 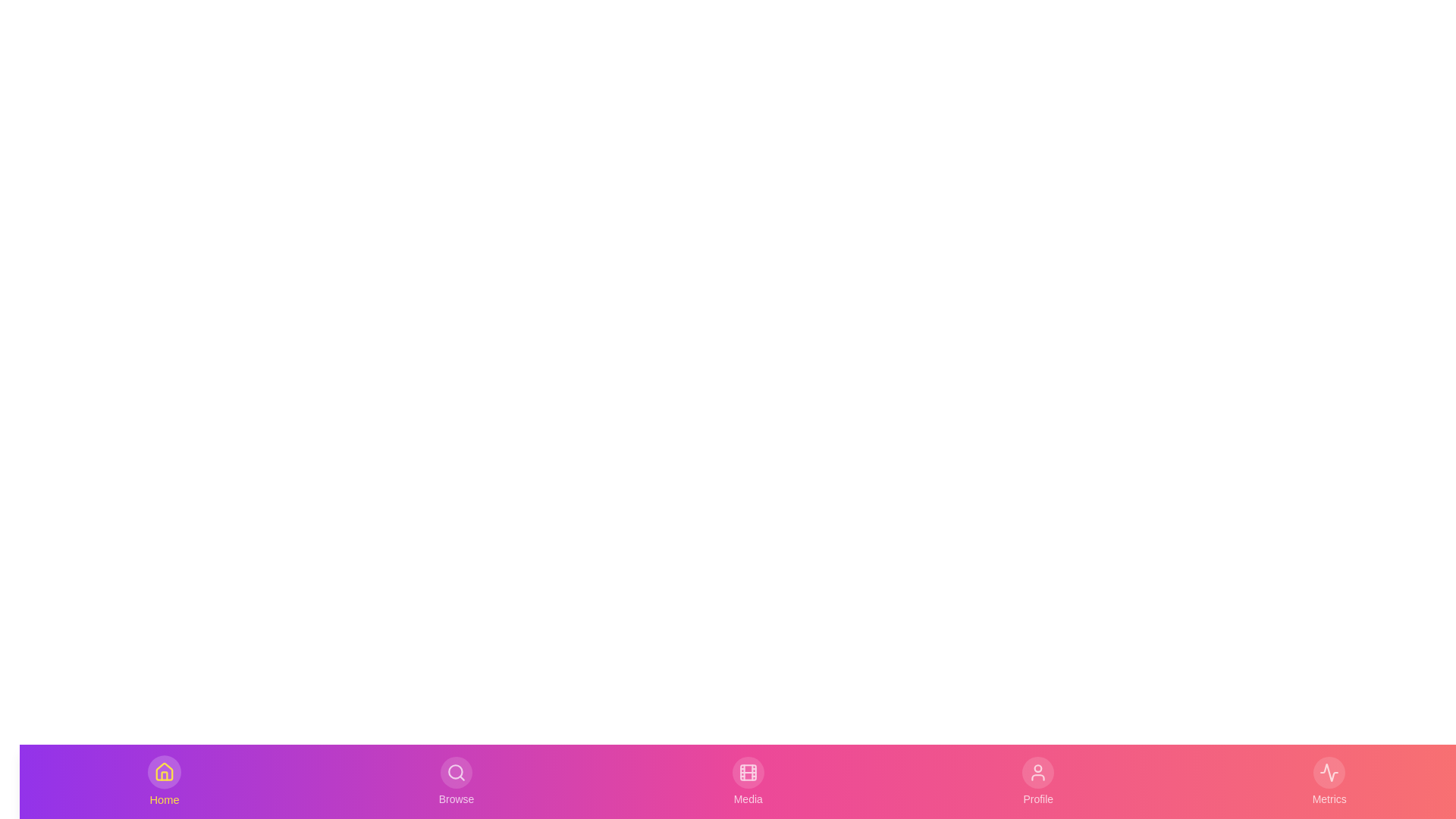 I want to click on the Home tab to activate it, so click(x=164, y=781).